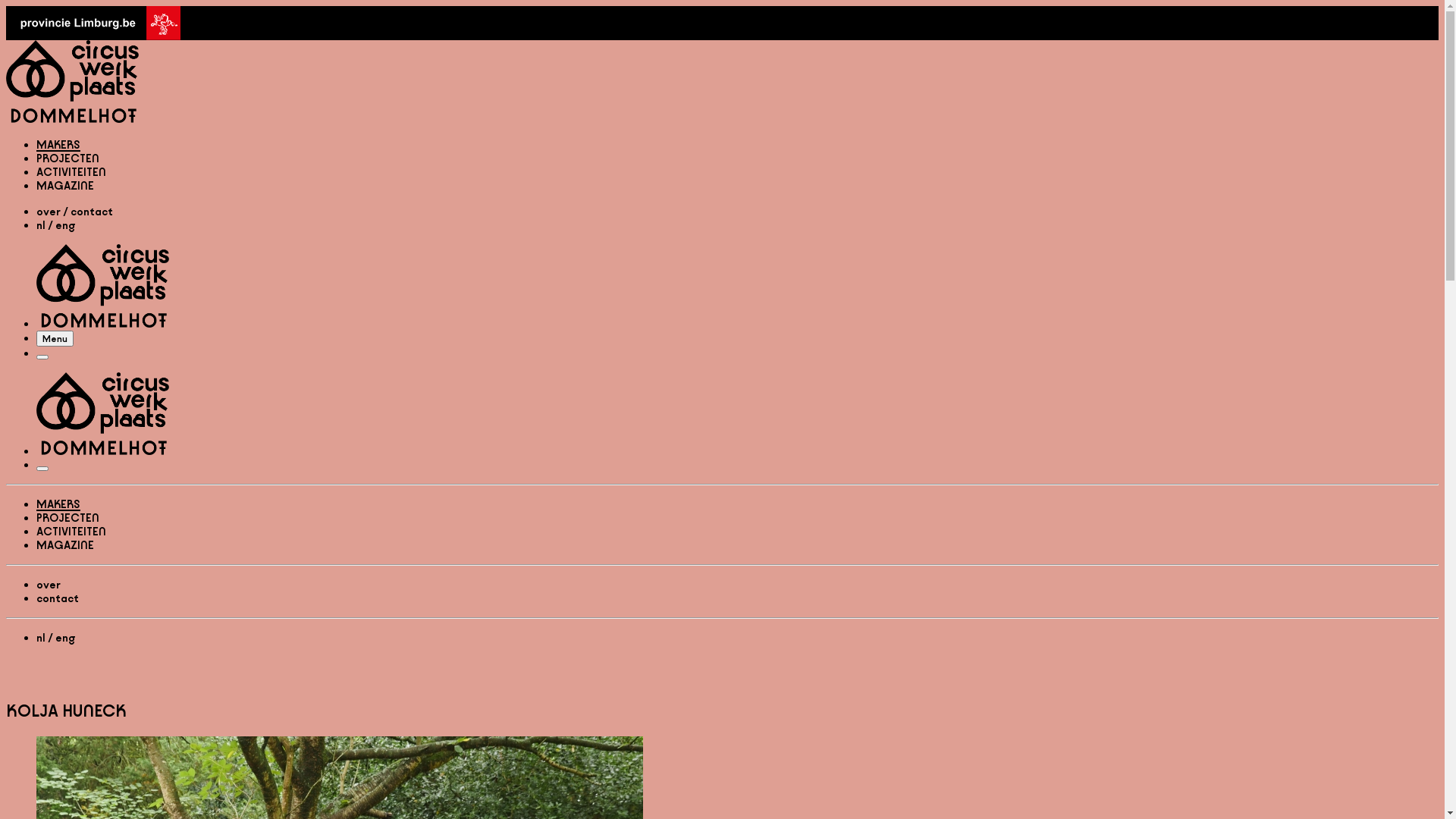 This screenshot has width=1456, height=819. I want to click on 'ACTIVITEITEN', so click(71, 530).